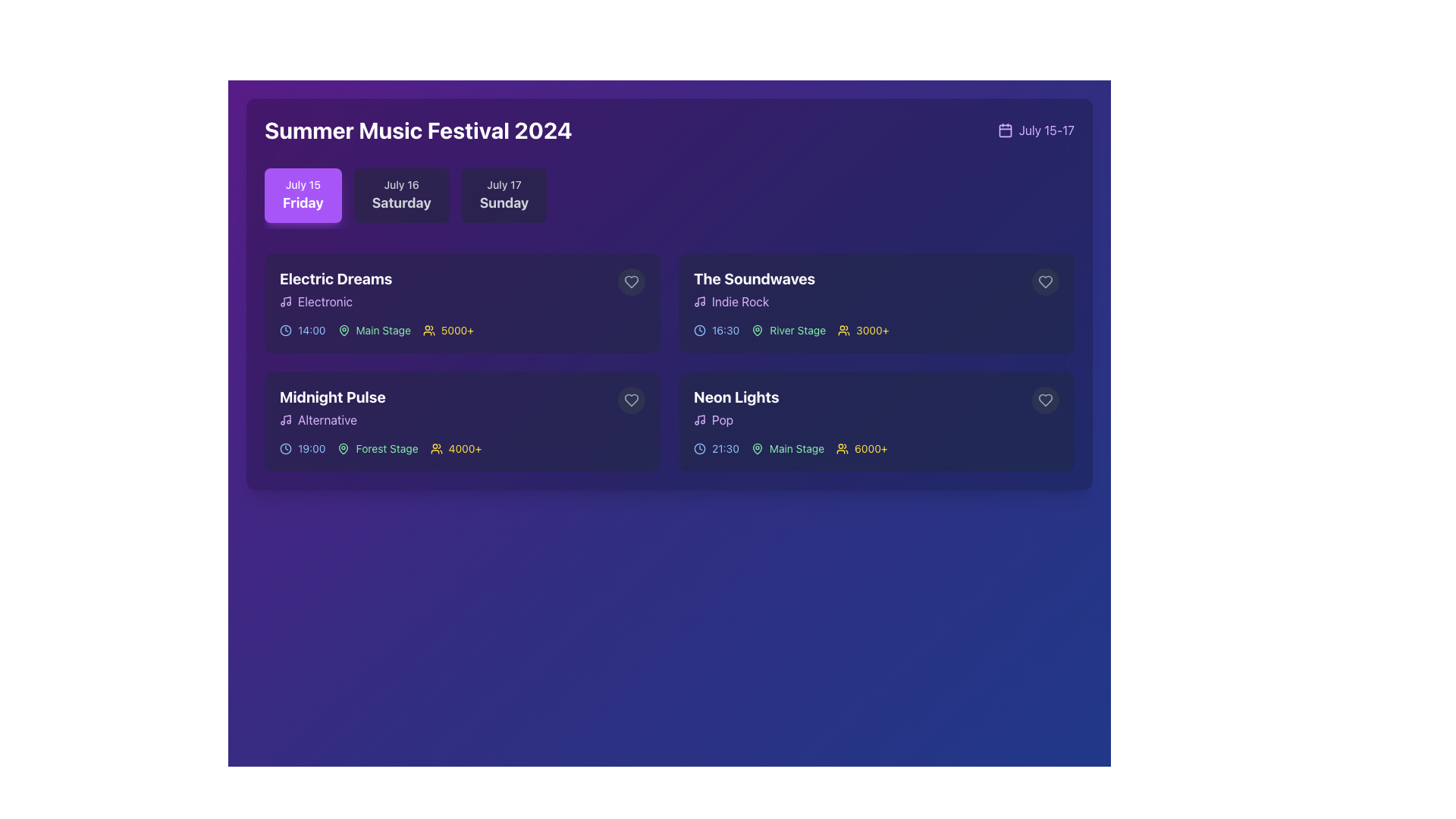 The image size is (1456, 819). Describe the element at coordinates (632, 281) in the screenshot. I see `the heart icon button for the 'Electric Dreams' event` at that location.